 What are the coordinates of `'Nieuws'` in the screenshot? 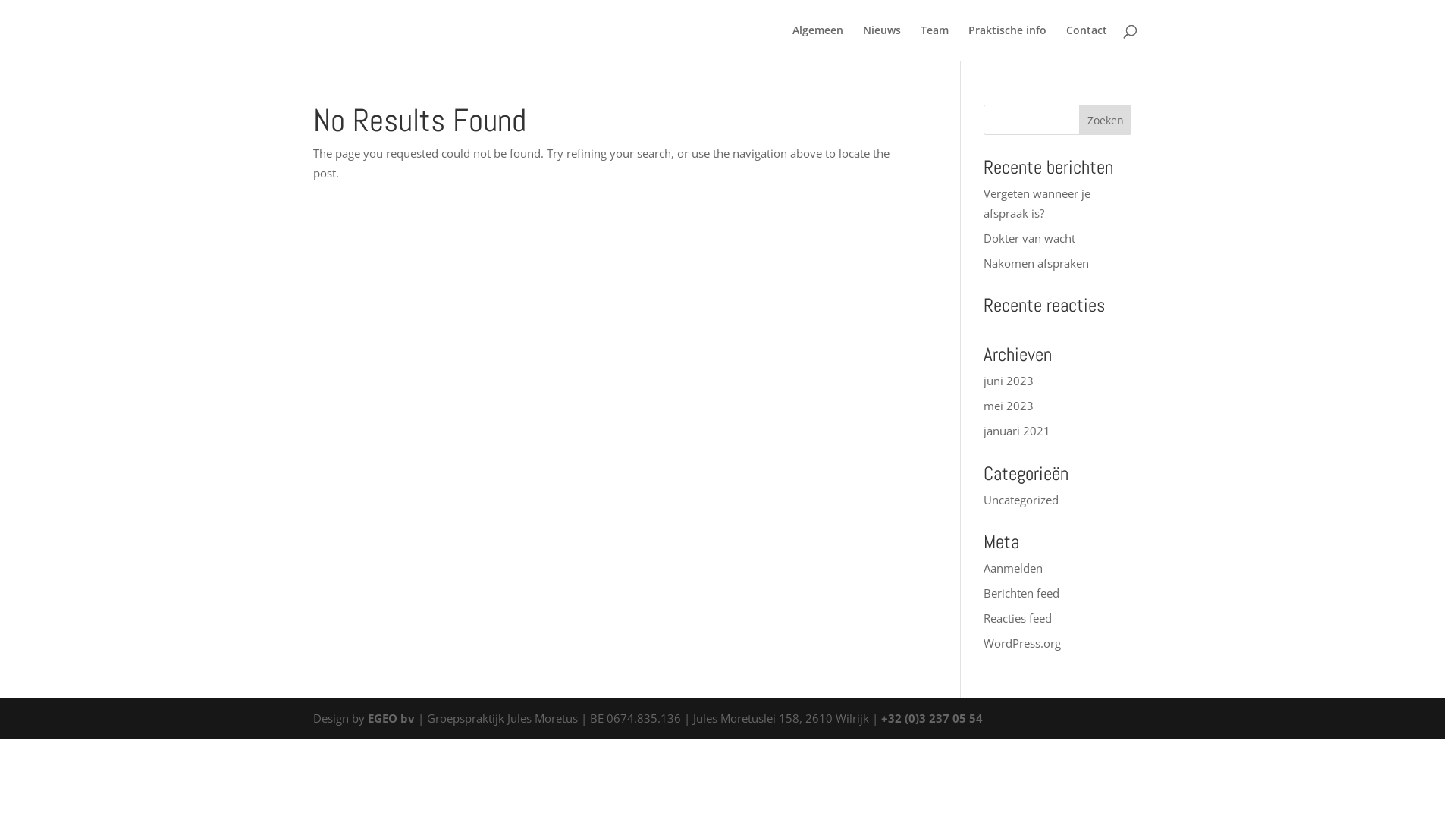 It's located at (881, 42).